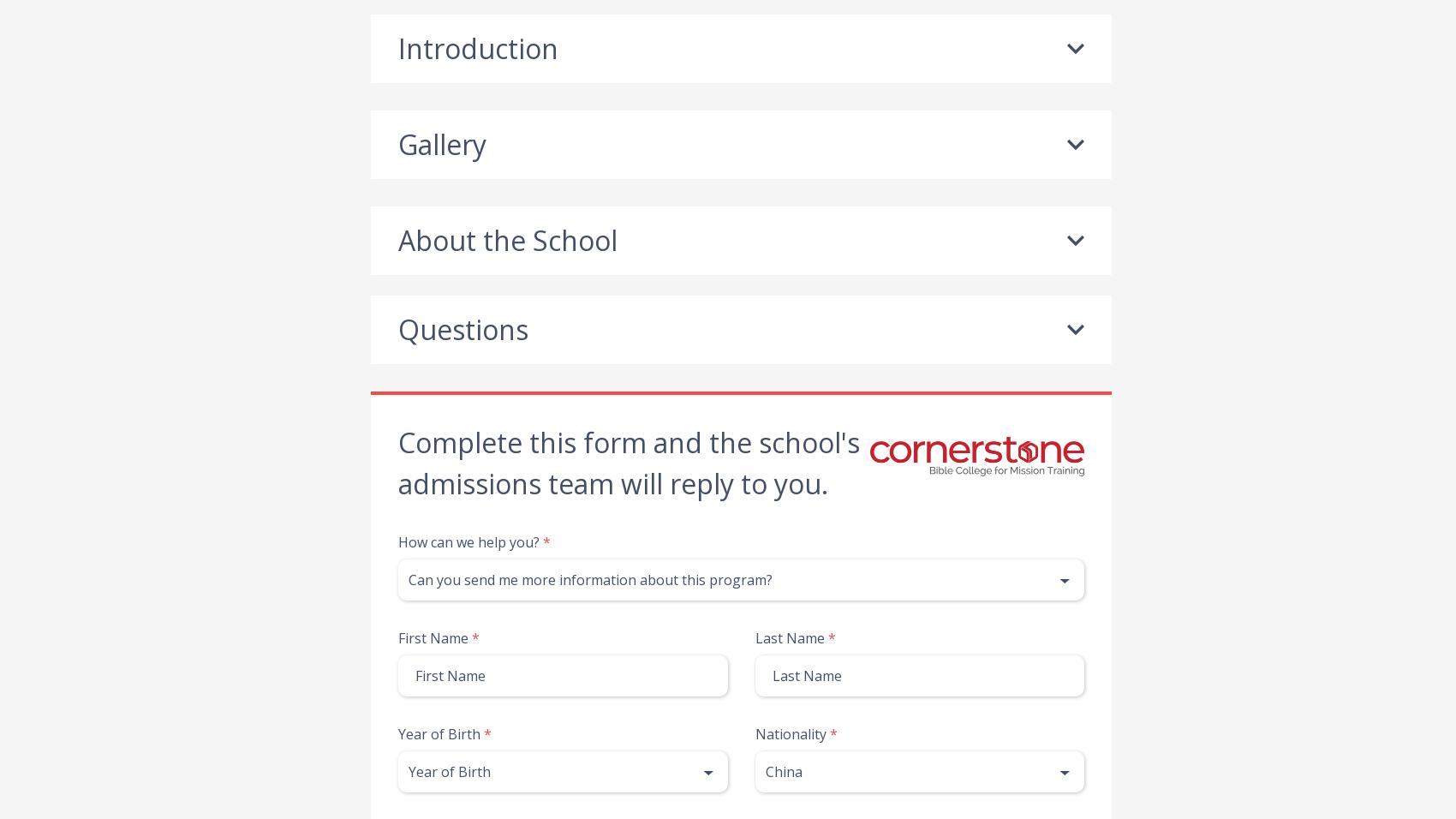  Describe the element at coordinates (397, 329) in the screenshot. I see `'Questions'` at that location.